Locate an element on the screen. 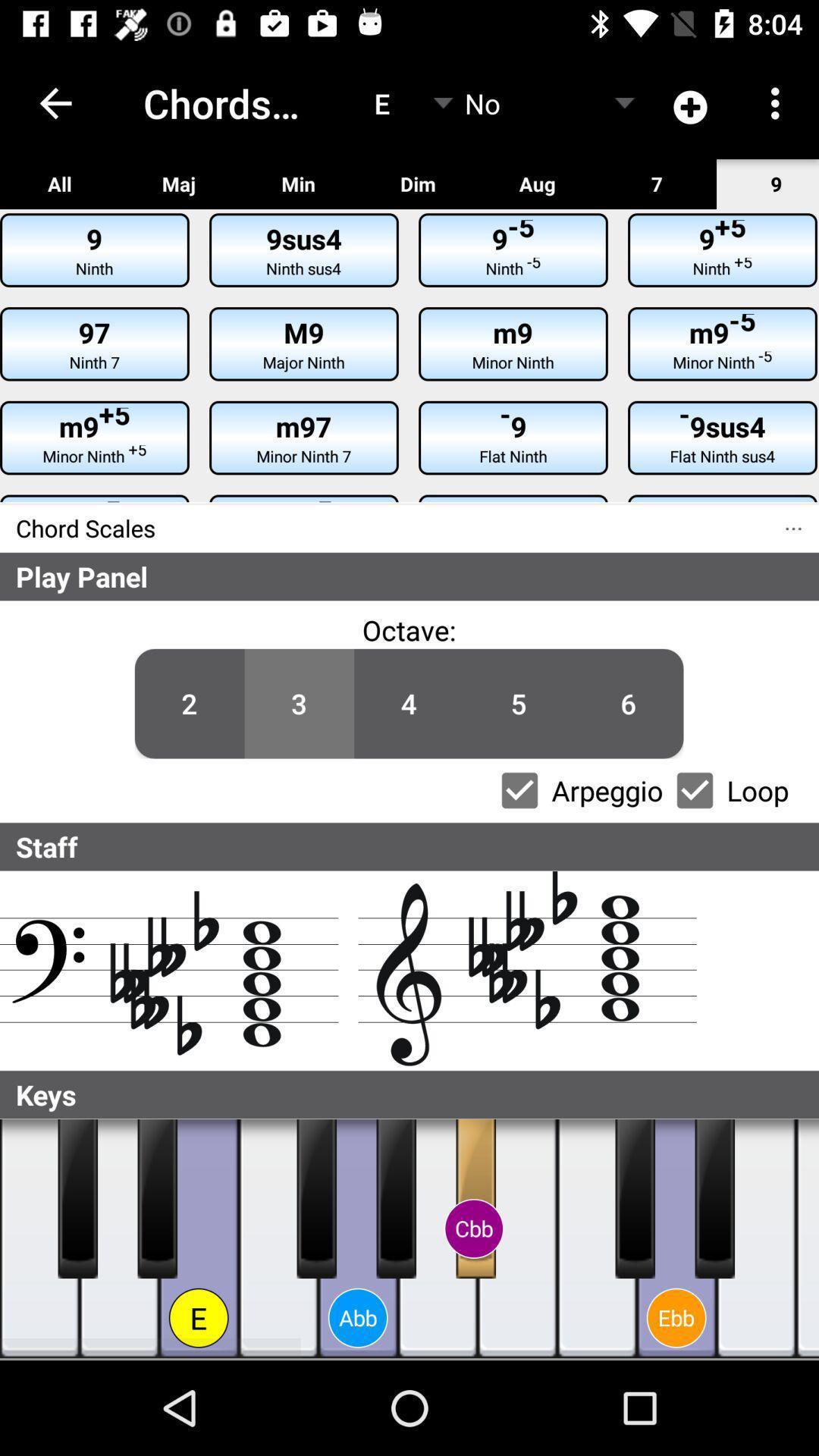 The image size is (819, 1456). piano key is located at coordinates (157, 1197).